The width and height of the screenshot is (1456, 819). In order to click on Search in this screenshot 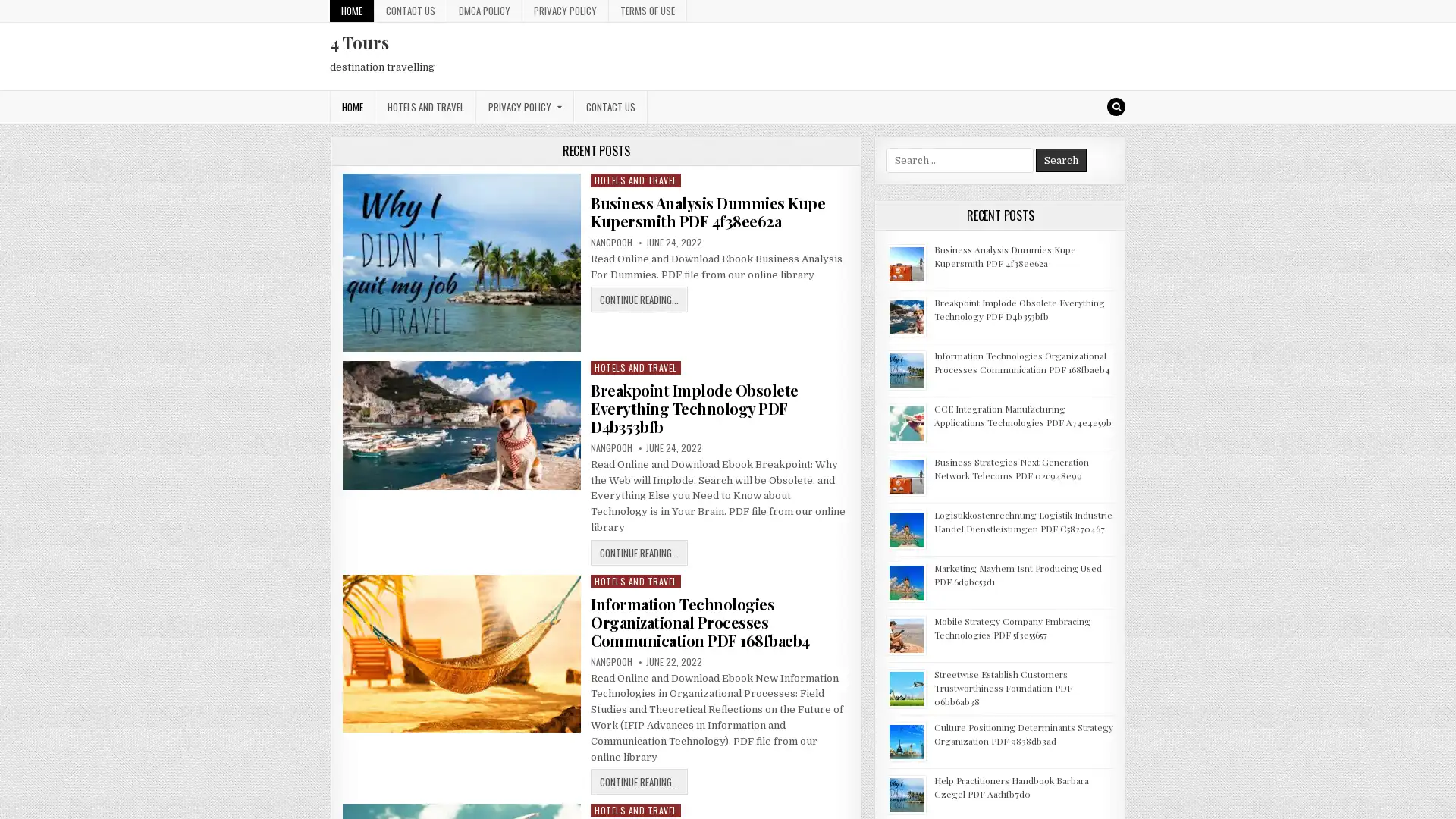, I will do `click(1060, 160)`.